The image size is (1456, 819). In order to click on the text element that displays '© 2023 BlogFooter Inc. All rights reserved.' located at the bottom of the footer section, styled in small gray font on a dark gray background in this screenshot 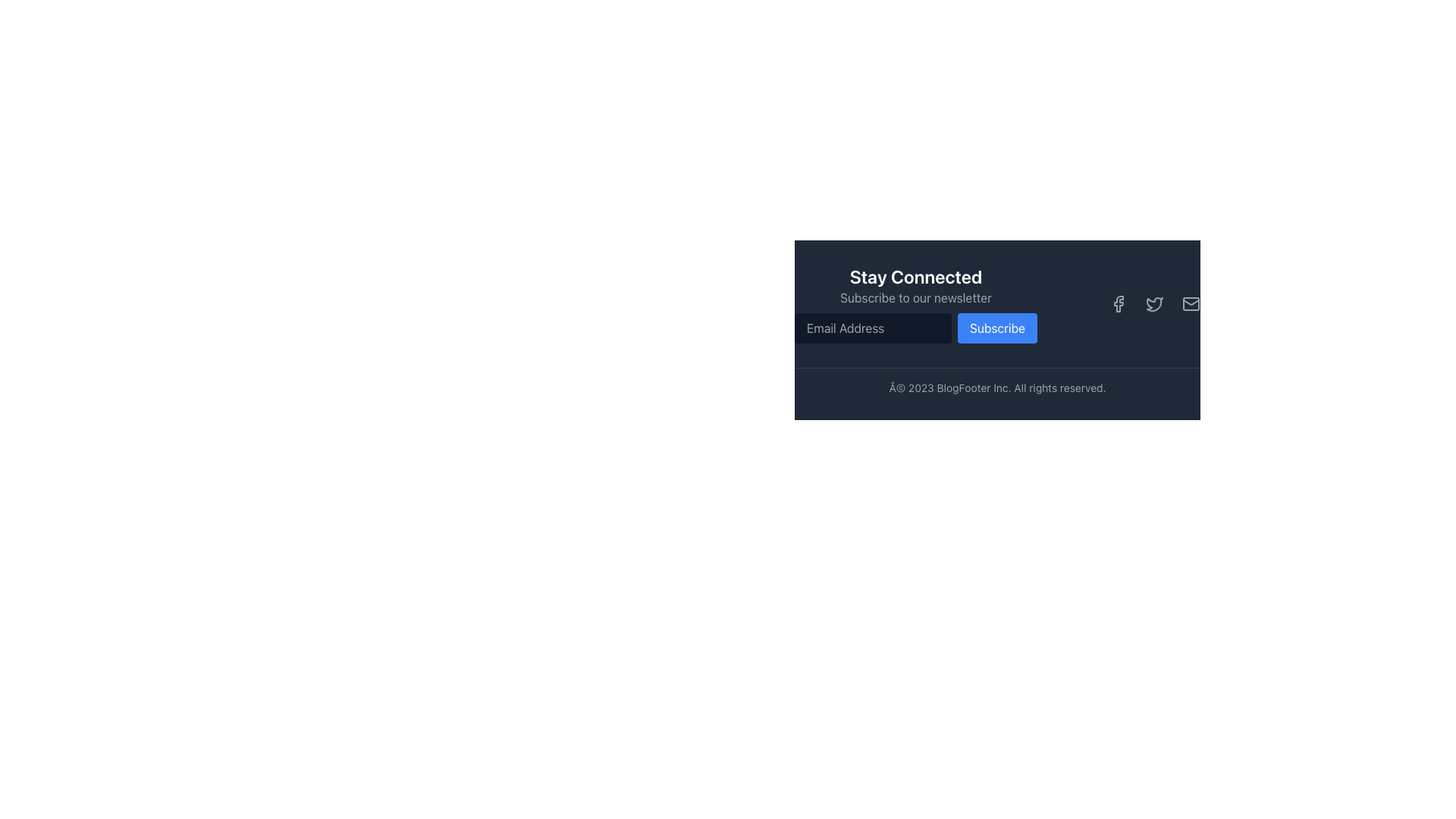, I will do `click(997, 381)`.